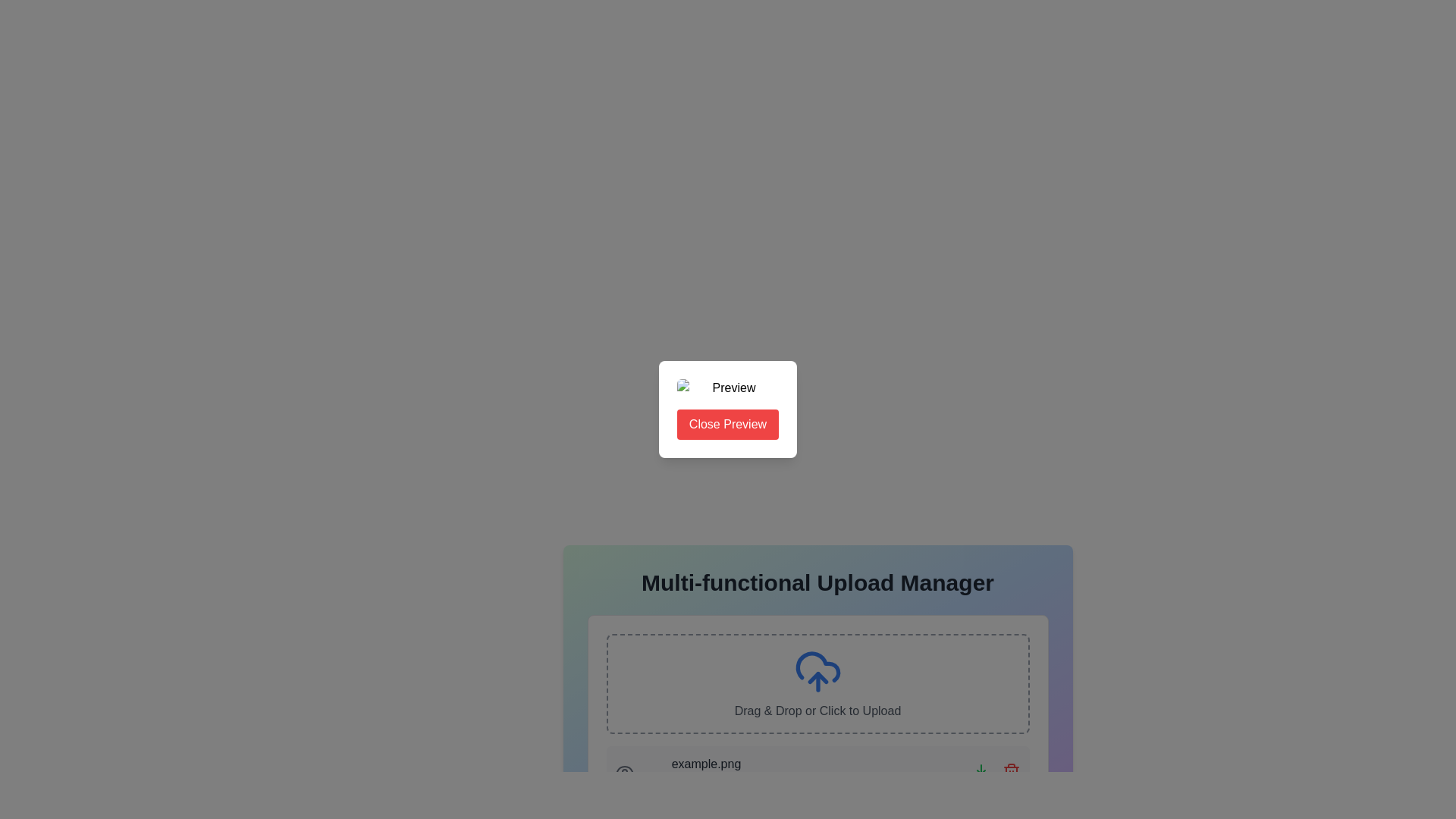 The width and height of the screenshot is (1456, 819). What do you see at coordinates (624, 772) in the screenshot?
I see `the Icon Button located to the left of the text 'example.png 2.0 KB'` at bounding box center [624, 772].